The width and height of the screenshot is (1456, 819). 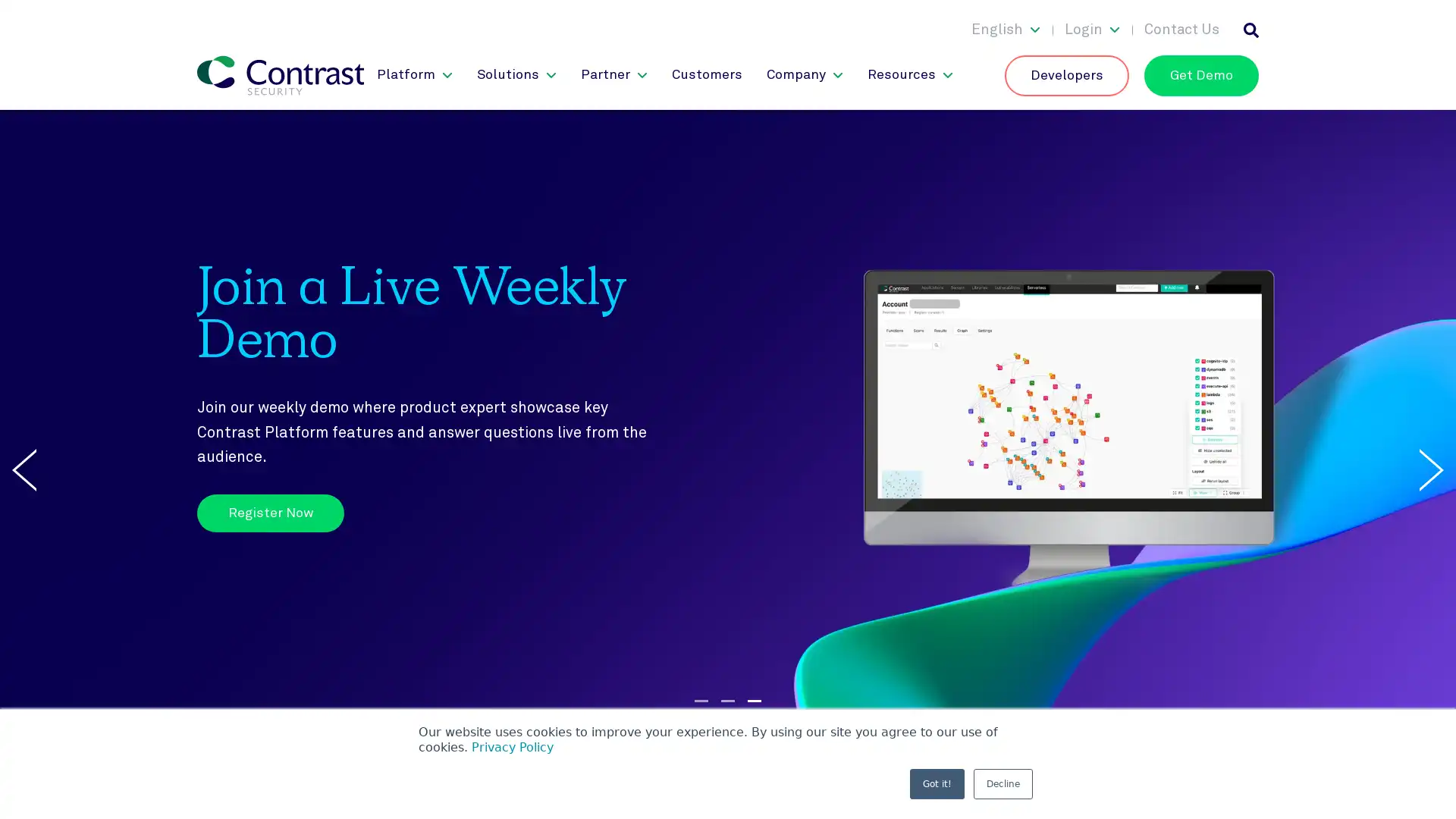 What do you see at coordinates (1003, 783) in the screenshot?
I see `Decline` at bounding box center [1003, 783].